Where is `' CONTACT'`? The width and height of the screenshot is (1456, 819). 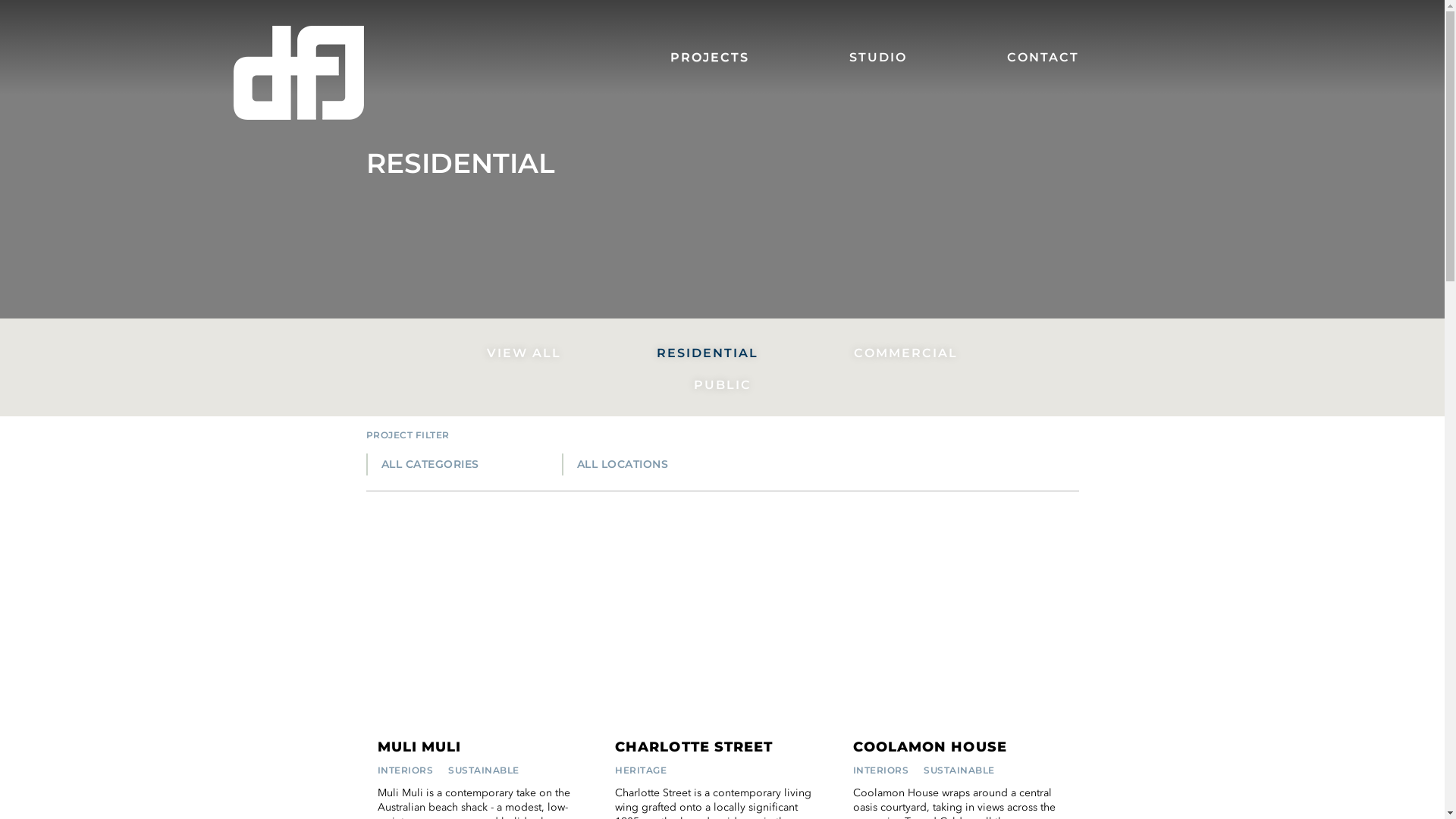 ' CONTACT' is located at coordinates (1015, 57).